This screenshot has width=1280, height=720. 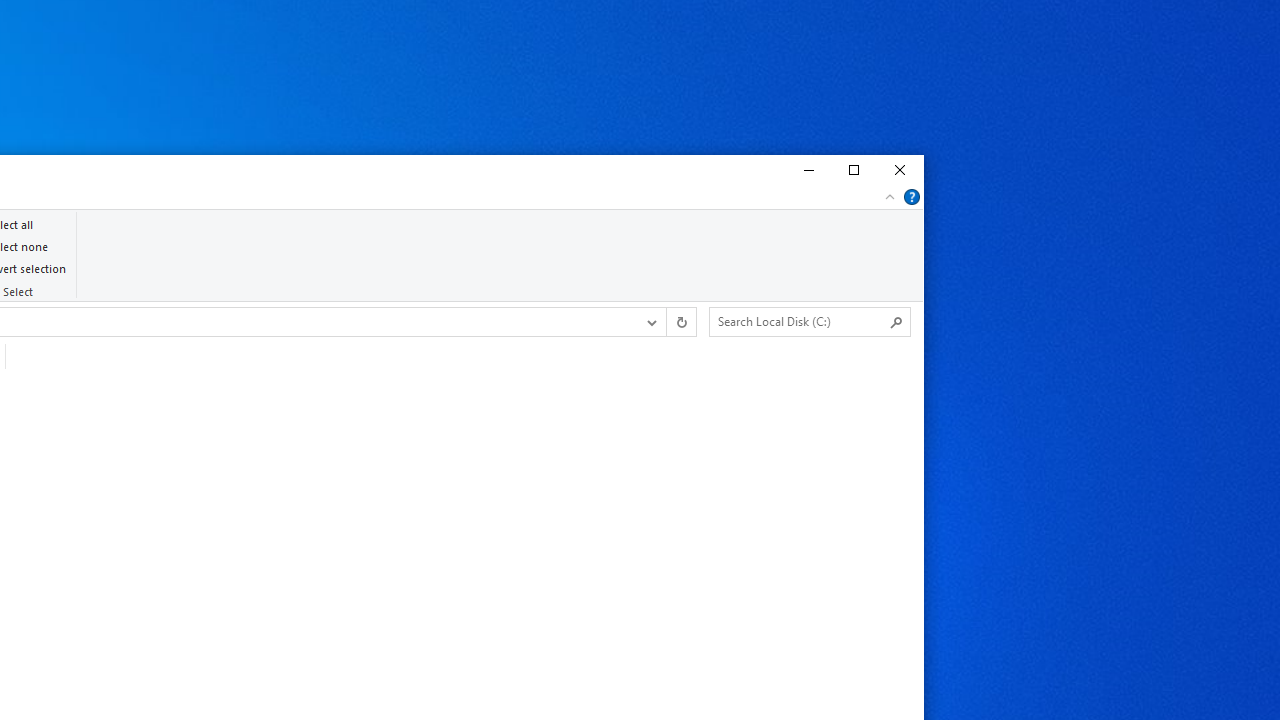 What do you see at coordinates (911, 196) in the screenshot?
I see `'Help'` at bounding box center [911, 196].